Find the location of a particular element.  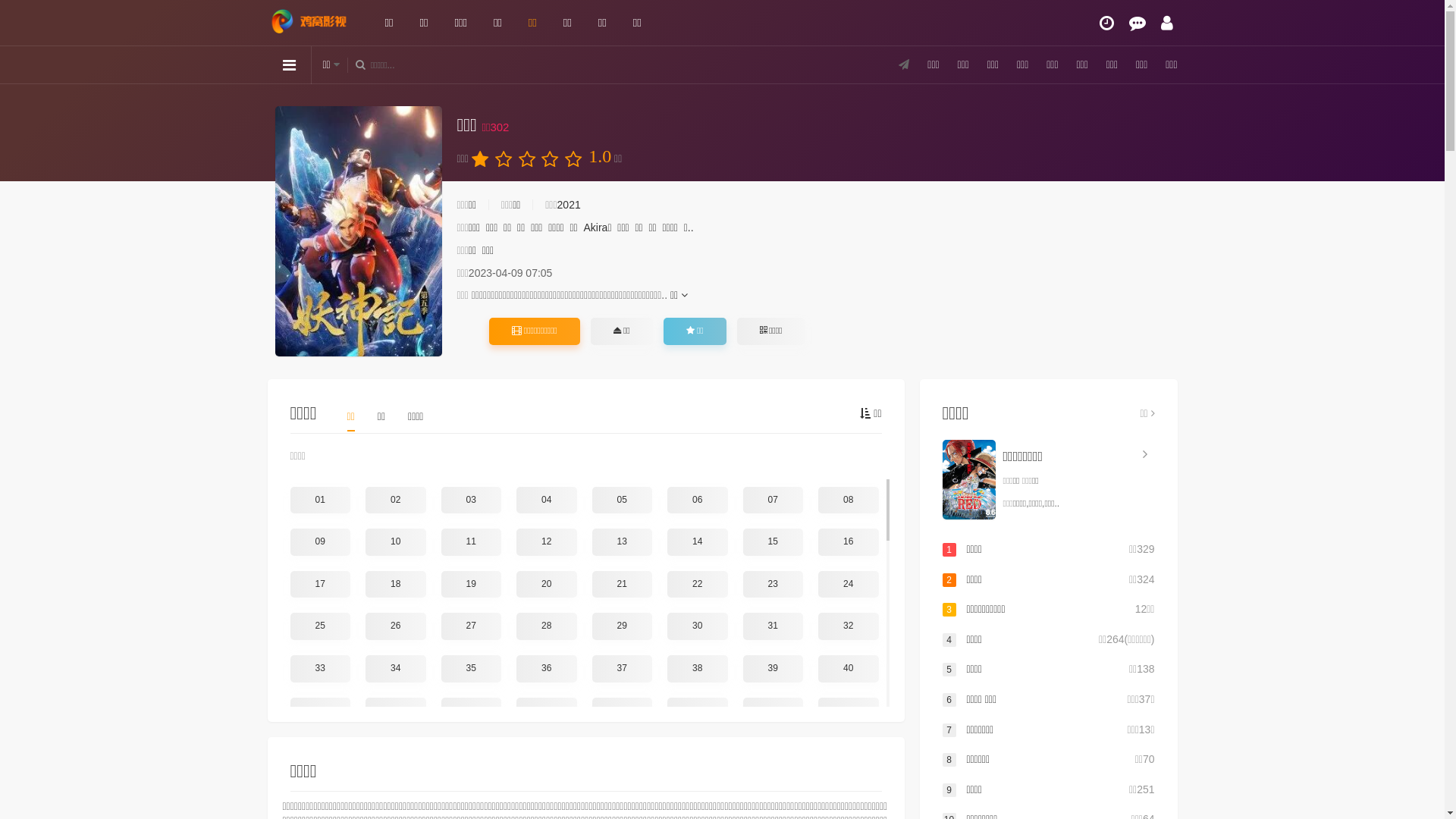

'17' is located at coordinates (290, 584).